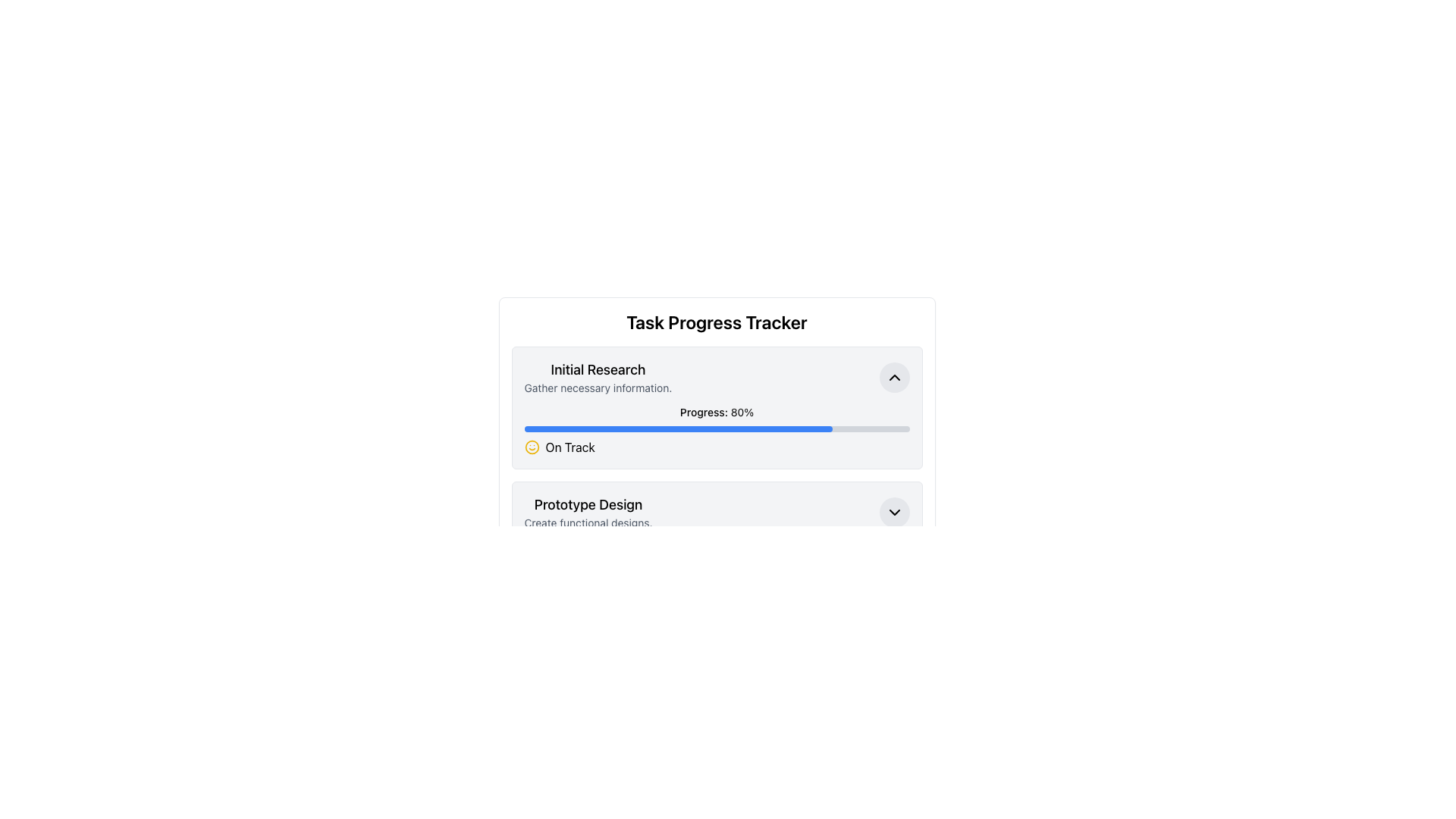  What do you see at coordinates (703, 412) in the screenshot?
I see `the text label displaying 'Progress:' which is bold and part of the text block that includes 'Progress: 80%'` at bounding box center [703, 412].